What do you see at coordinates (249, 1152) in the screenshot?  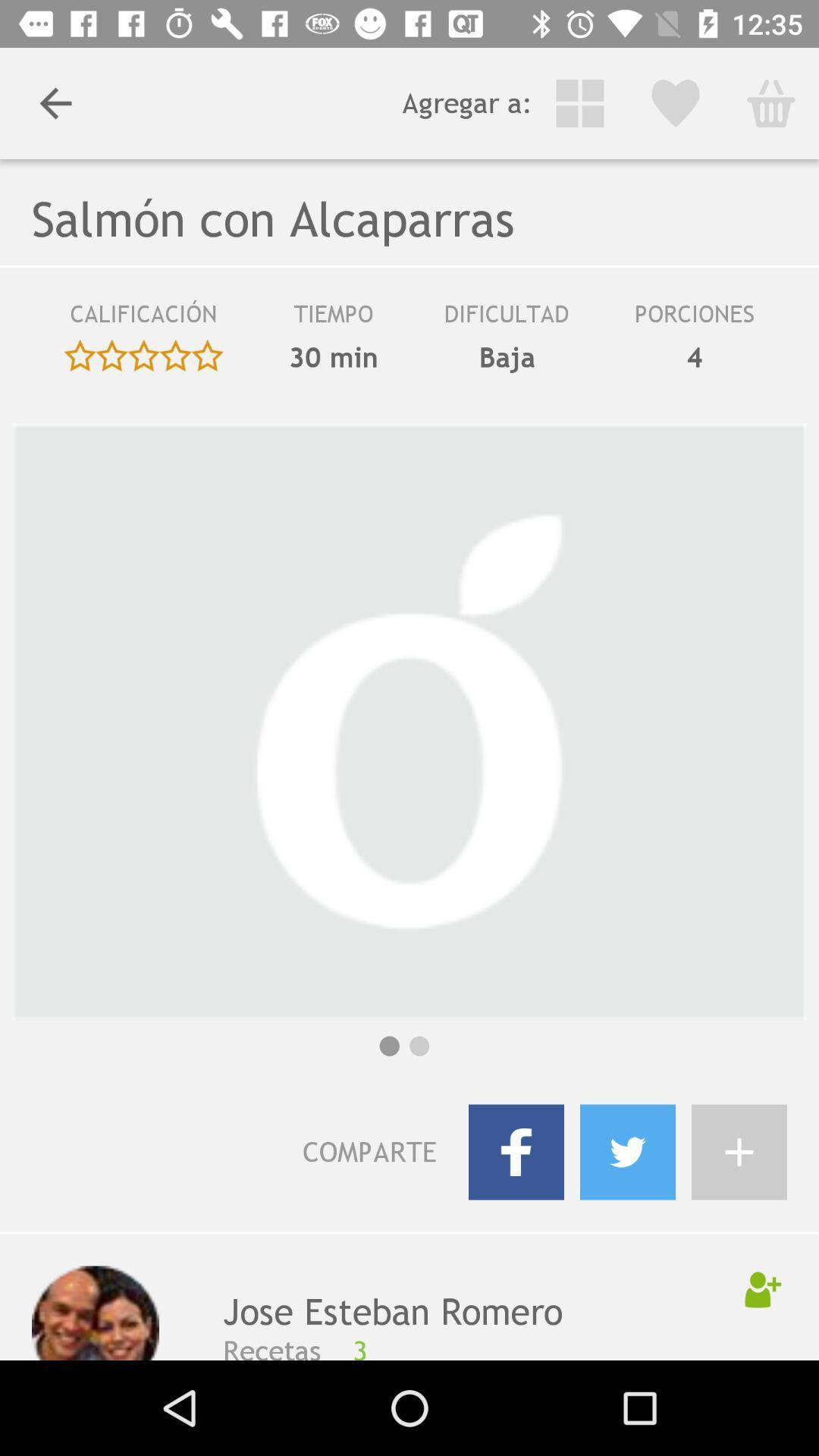 I see `comparte icon` at bounding box center [249, 1152].